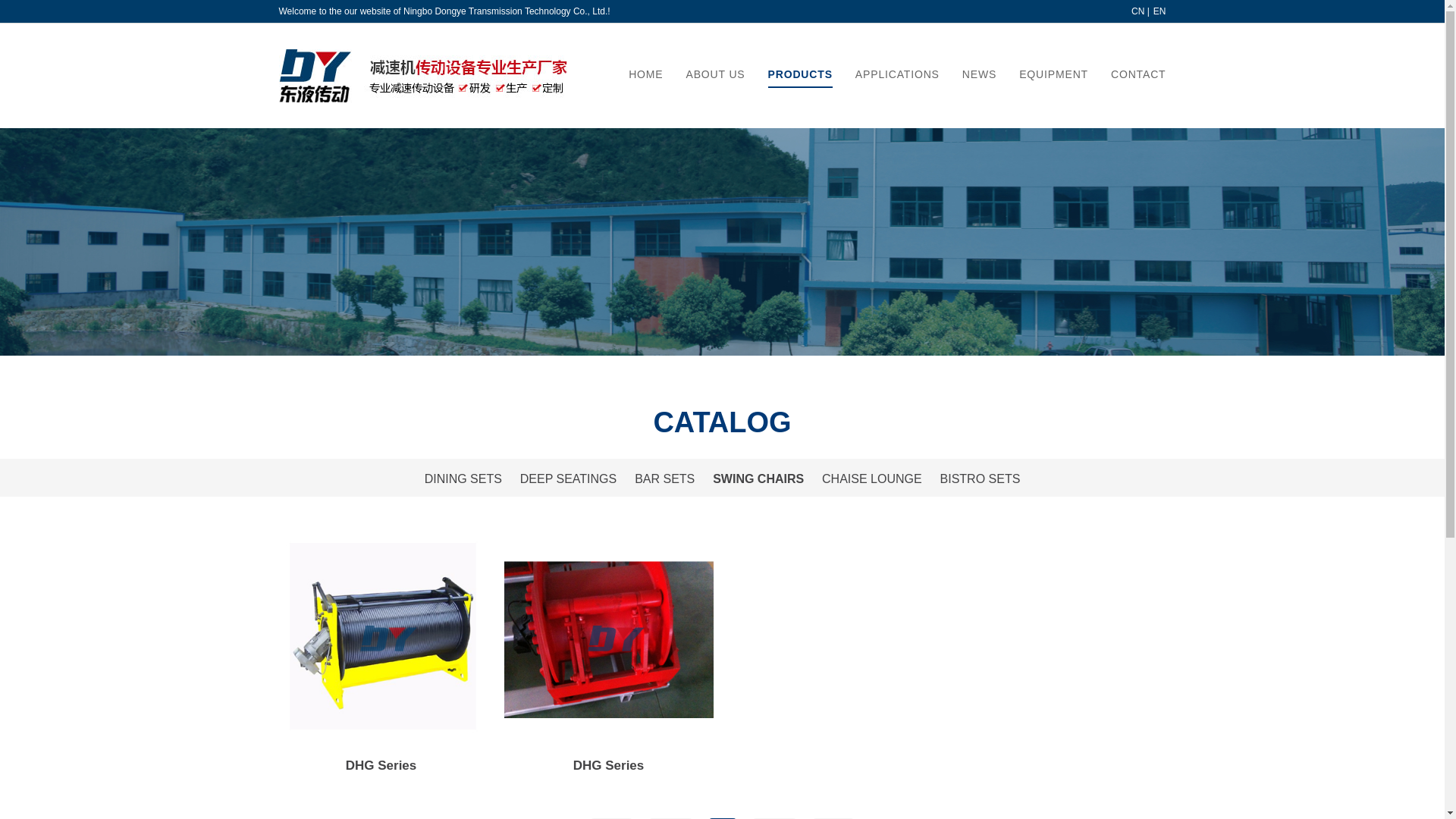 The image size is (1456, 819). Describe the element at coordinates (872, 479) in the screenshot. I see `'CHAISE LOUNGE'` at that location.